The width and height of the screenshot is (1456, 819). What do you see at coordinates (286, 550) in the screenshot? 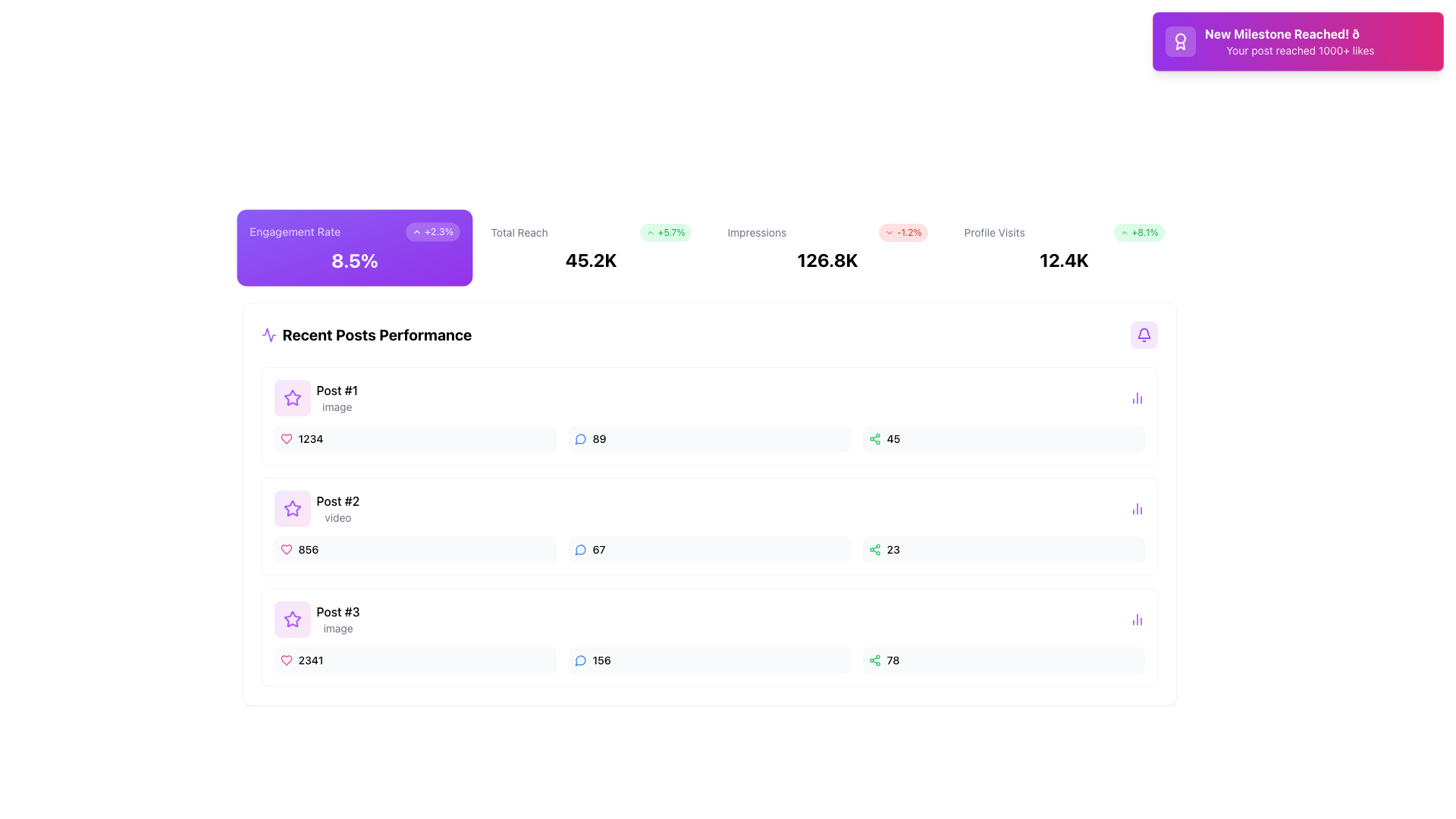
I see `the heart-shaped icon used for likes or favorites located in the second row of the 'Recent Posts Performance' section, positioned left of the numerical text indicating interactions` at bounding box center [286, 550].